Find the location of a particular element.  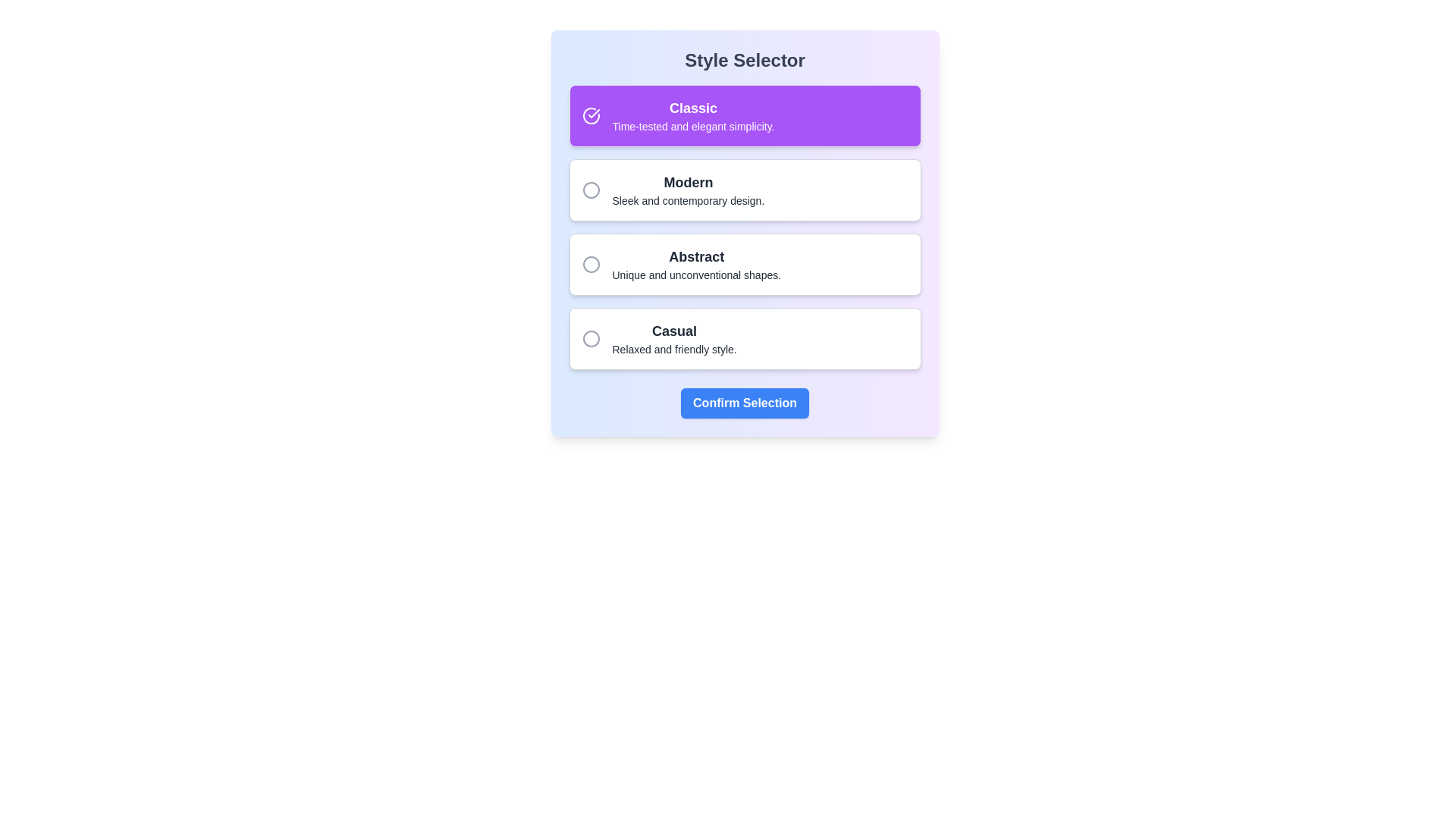

text label that says 'Relaxed and friendly style.' positioned below the 'Casual' label in the style selectors is located at coordinates (673, 350).